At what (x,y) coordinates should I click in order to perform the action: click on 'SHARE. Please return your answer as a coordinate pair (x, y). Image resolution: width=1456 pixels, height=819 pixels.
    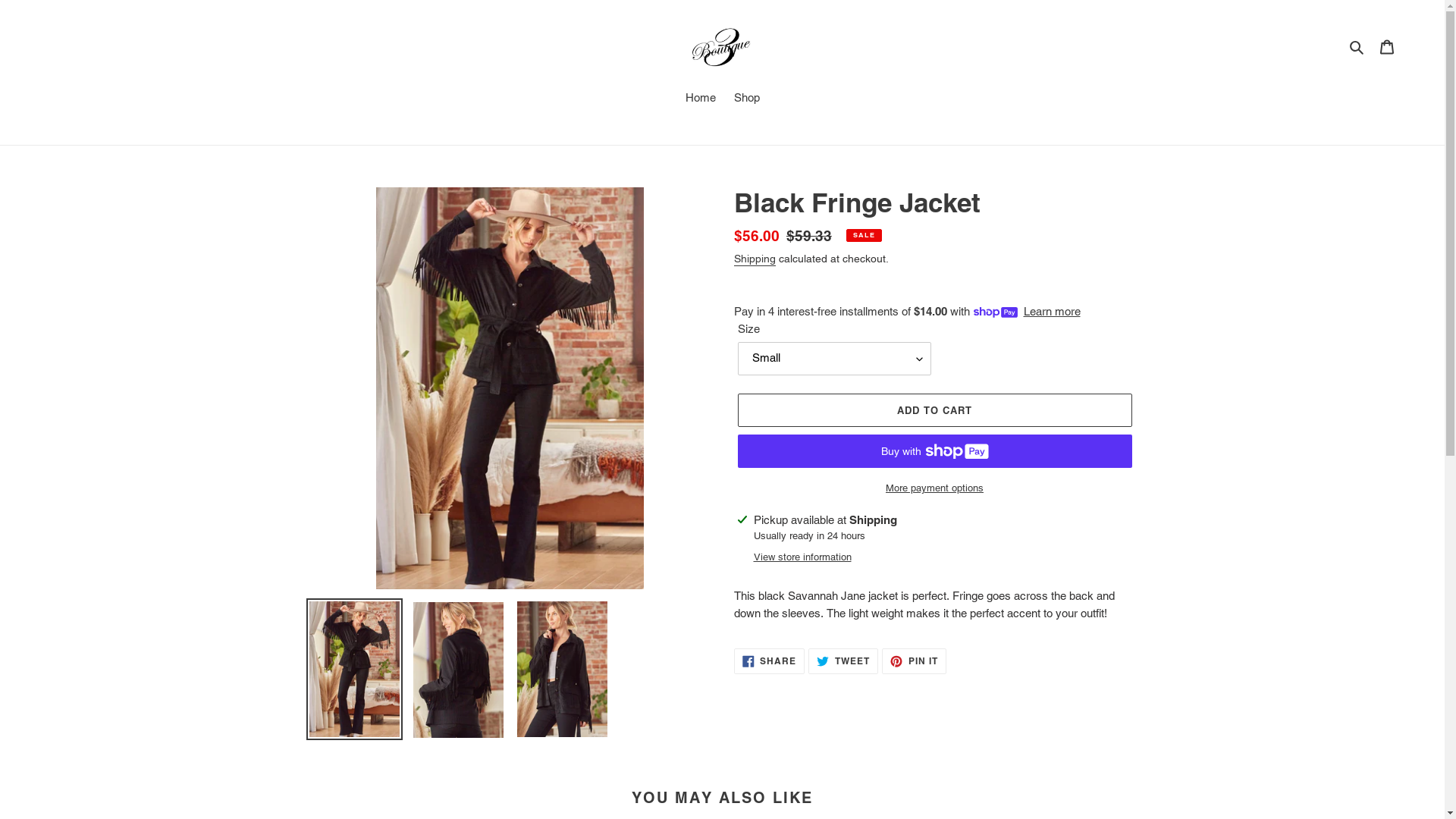
    Looking at the image, I should click on (769, 660).